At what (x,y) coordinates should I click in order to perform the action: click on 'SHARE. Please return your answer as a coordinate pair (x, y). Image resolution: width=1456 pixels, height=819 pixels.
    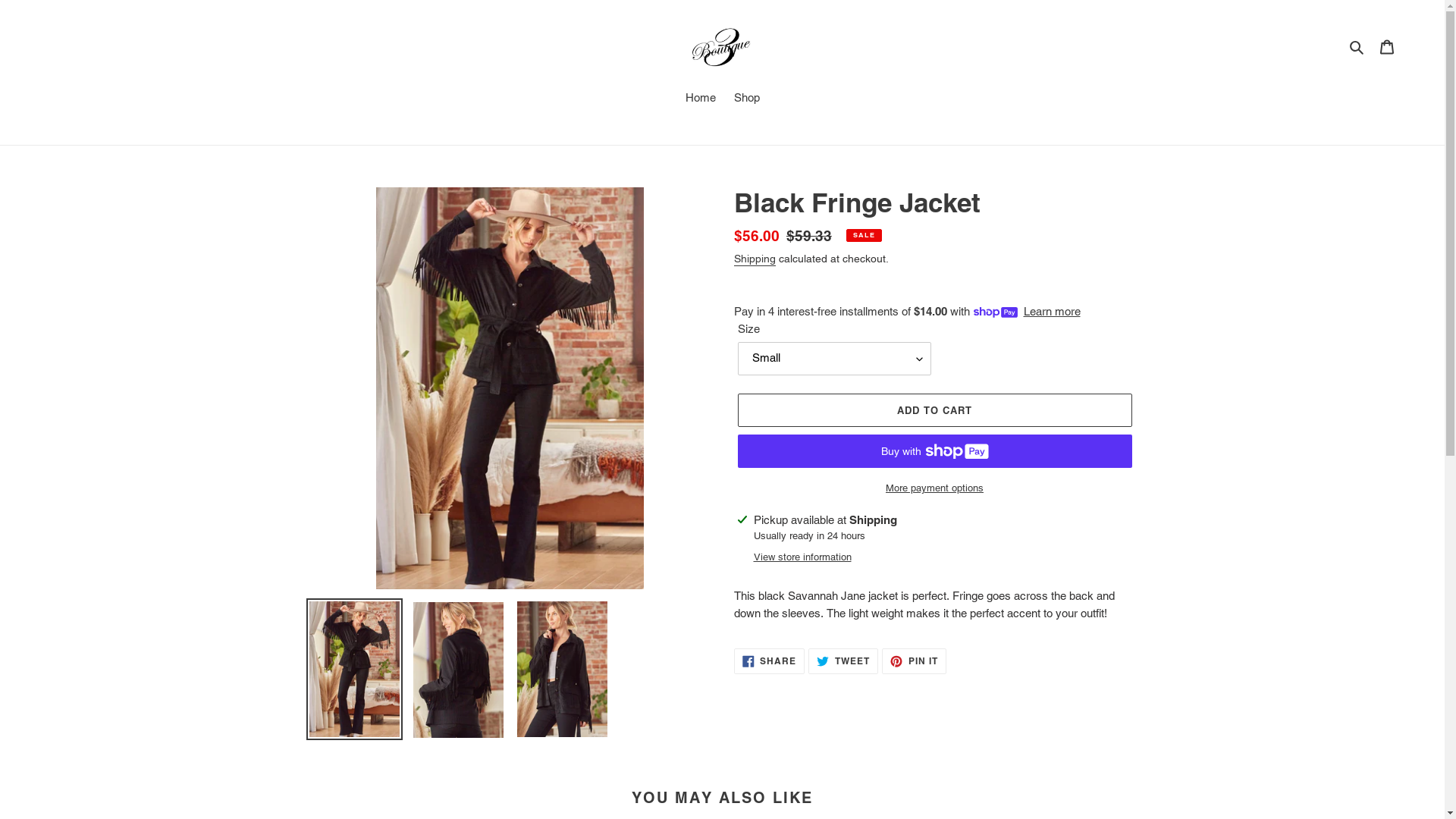
    Looking at the image, I should click on (769, 660).